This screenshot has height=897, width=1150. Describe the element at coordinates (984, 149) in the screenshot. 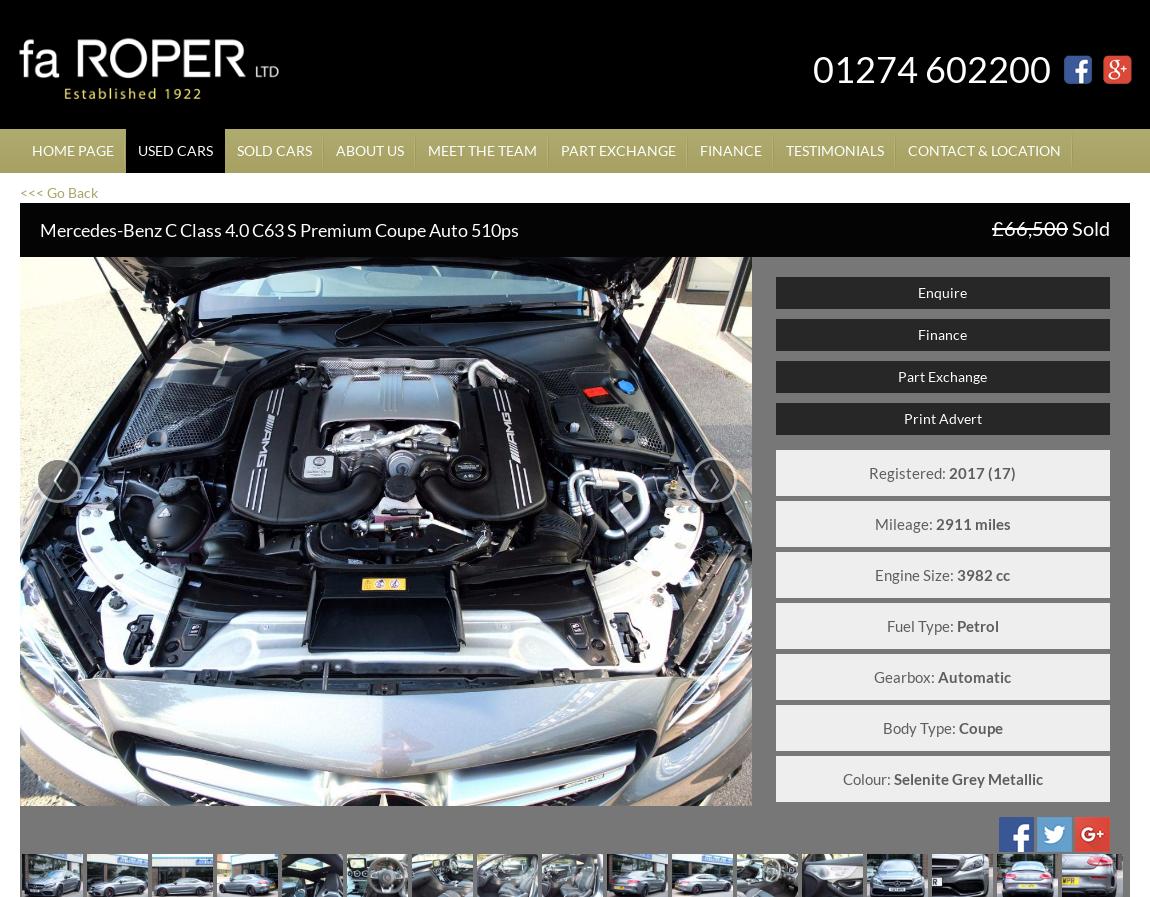

I see `'Contact & Location'` at that location.